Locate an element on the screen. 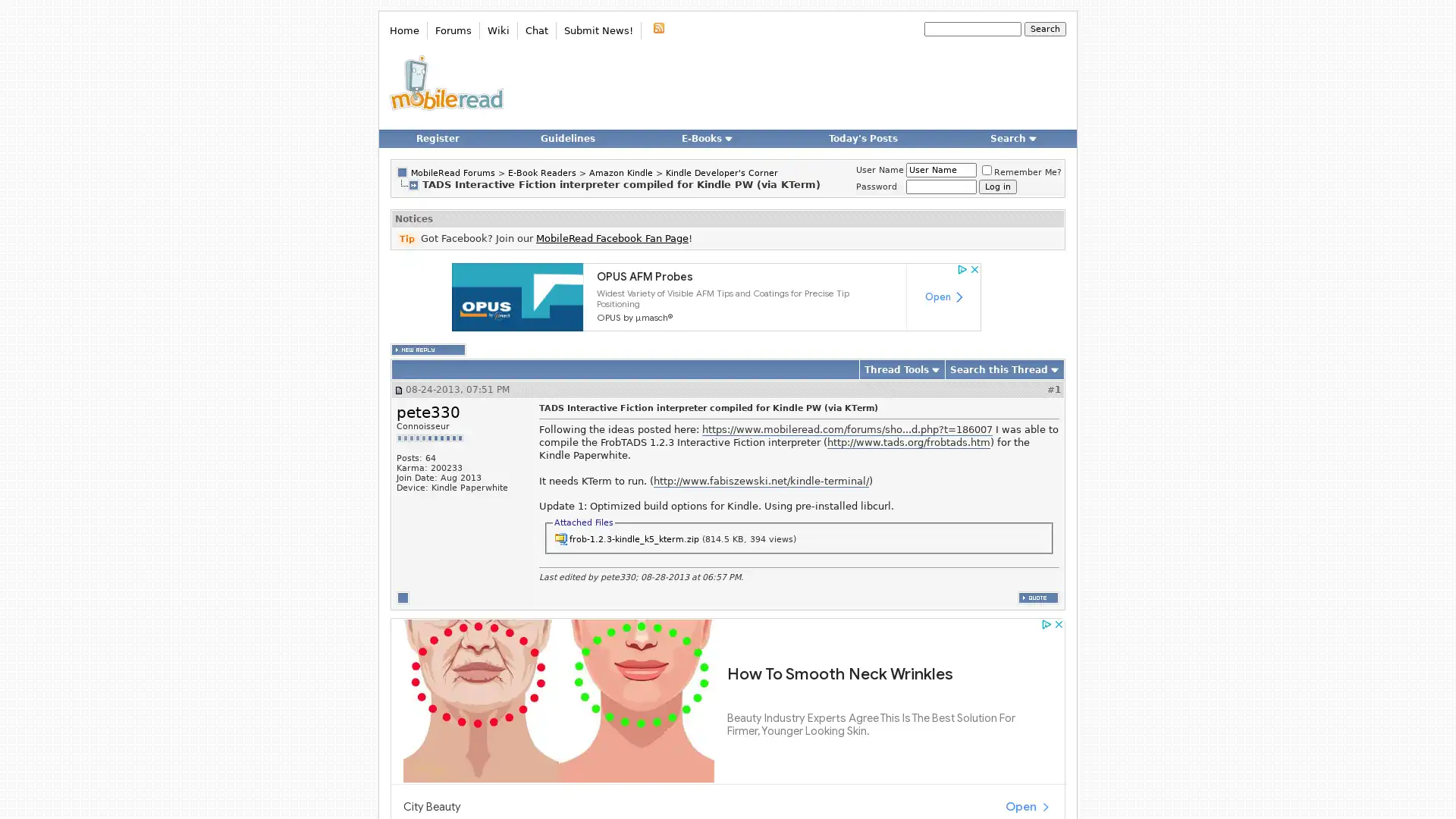  Search is located at coordinates (1044, 29).